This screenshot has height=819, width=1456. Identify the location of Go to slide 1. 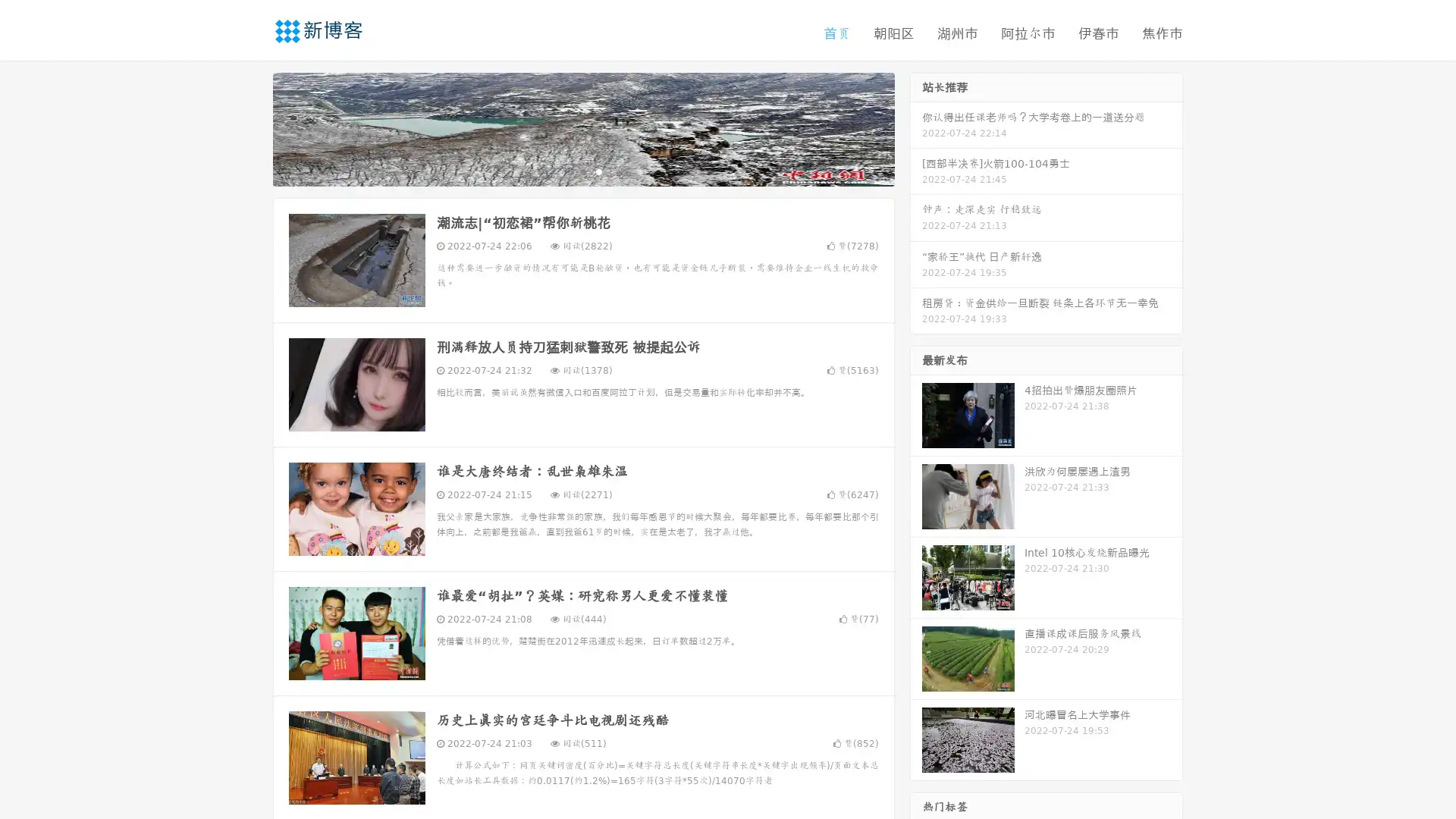
(567, 171).